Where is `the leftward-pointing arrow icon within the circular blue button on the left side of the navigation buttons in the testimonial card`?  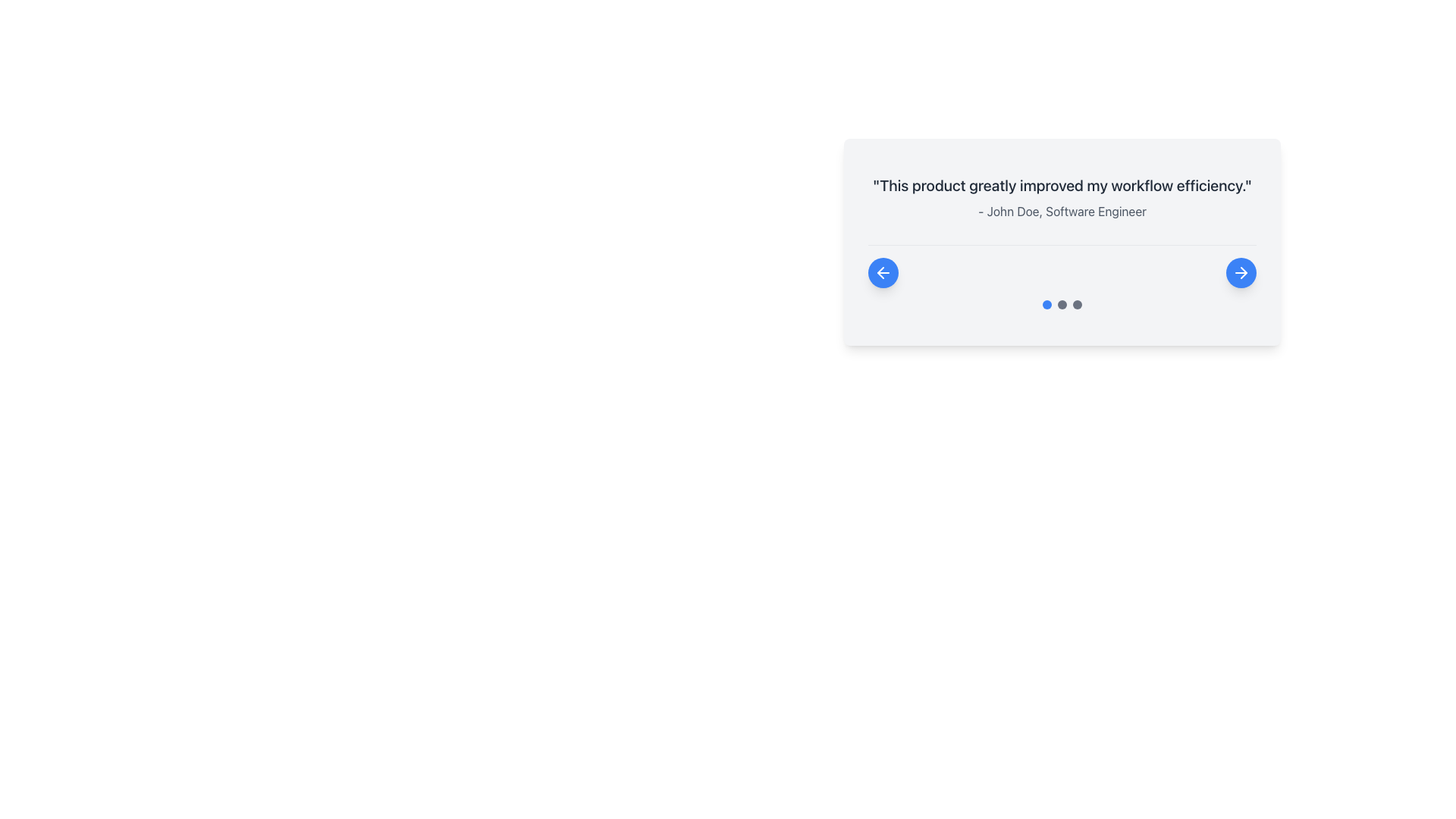 the leftward-pointing arrow icon within the circular blue button on the left side of the navigation buttons in the testimonial card is located at coordinates (883, 271).